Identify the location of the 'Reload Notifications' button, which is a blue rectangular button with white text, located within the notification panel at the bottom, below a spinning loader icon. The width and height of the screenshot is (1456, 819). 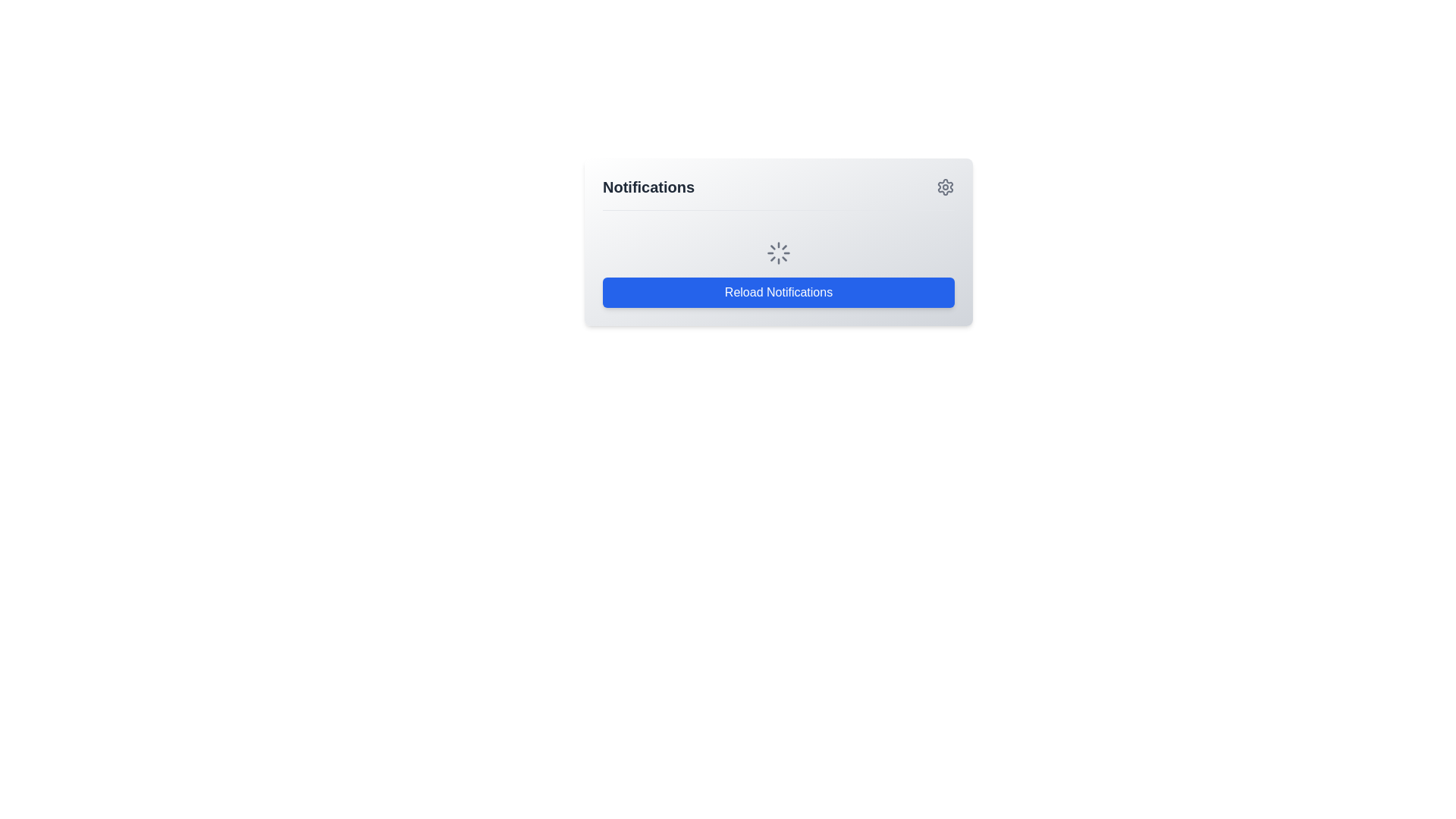
(779, 292).